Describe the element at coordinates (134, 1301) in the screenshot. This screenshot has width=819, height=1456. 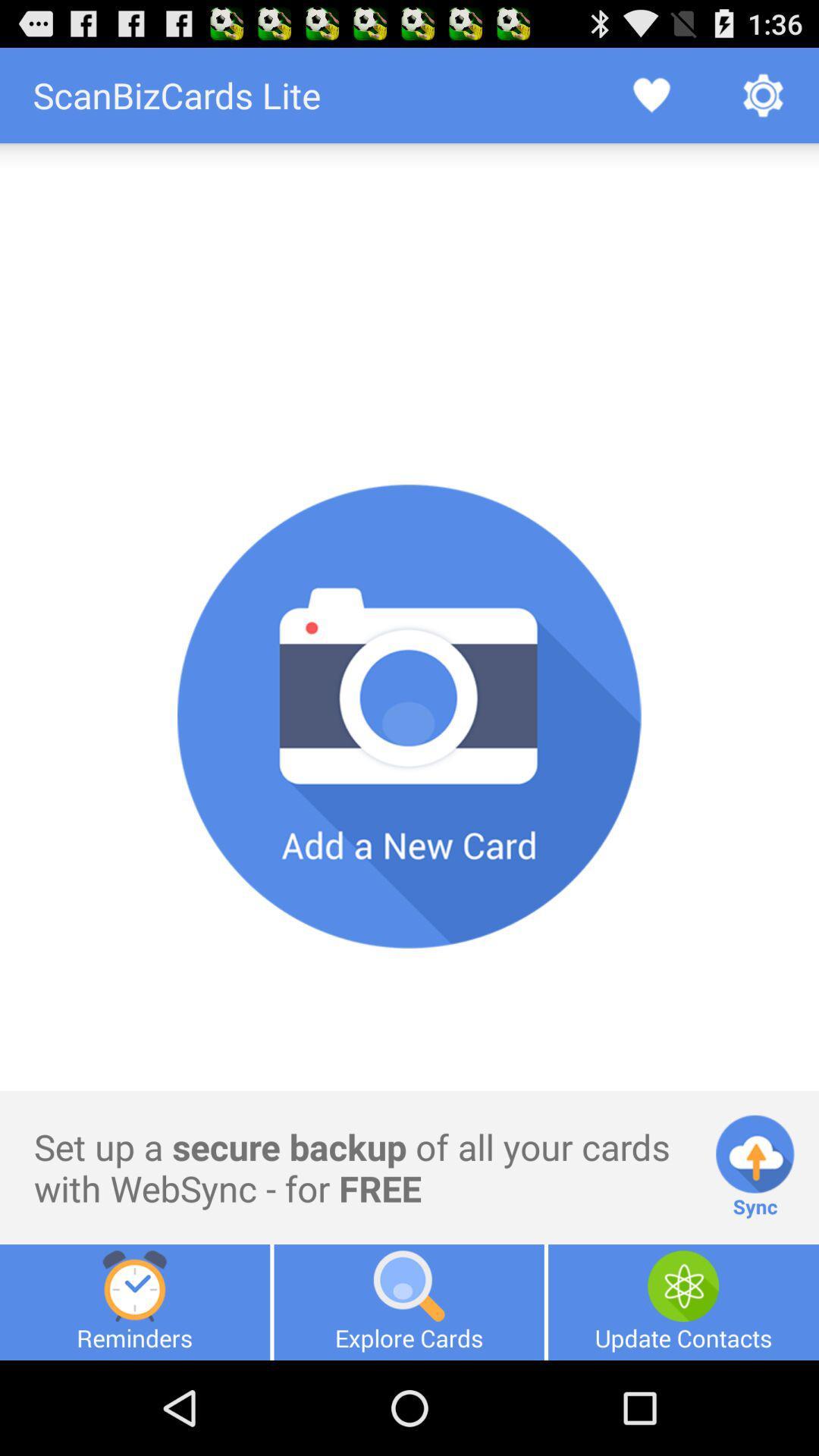
I see `the icon below set up a item` at that location.